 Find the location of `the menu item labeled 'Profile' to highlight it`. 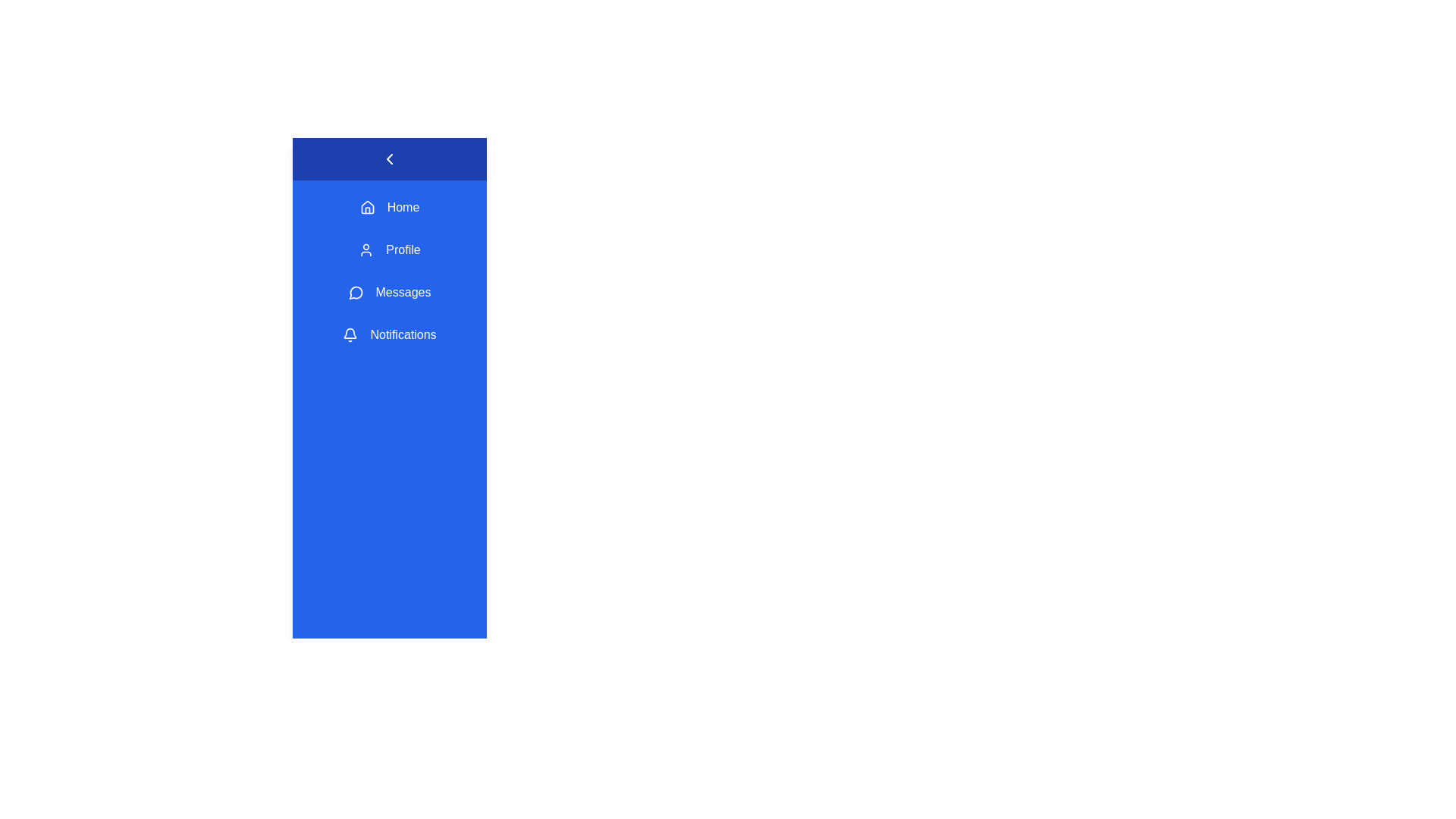

the menu item labeled 'Profile' to highlight it is located at coordinates (389, 249).